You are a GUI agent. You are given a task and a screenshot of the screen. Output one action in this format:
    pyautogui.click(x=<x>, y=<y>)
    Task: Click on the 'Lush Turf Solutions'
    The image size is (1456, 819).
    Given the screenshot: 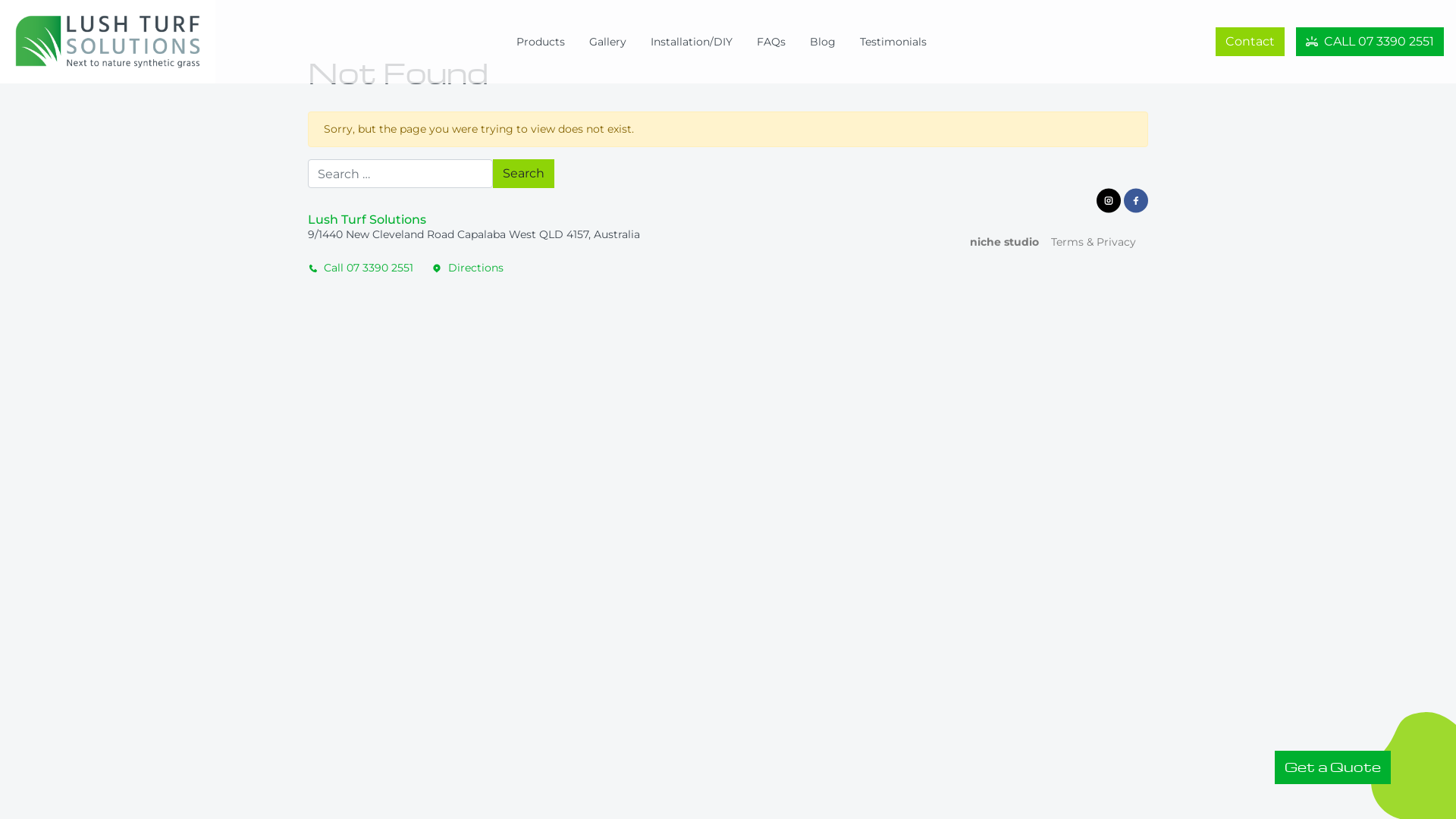 What is the action you would take?
    pyautogui.click(x=119, y=40)
    